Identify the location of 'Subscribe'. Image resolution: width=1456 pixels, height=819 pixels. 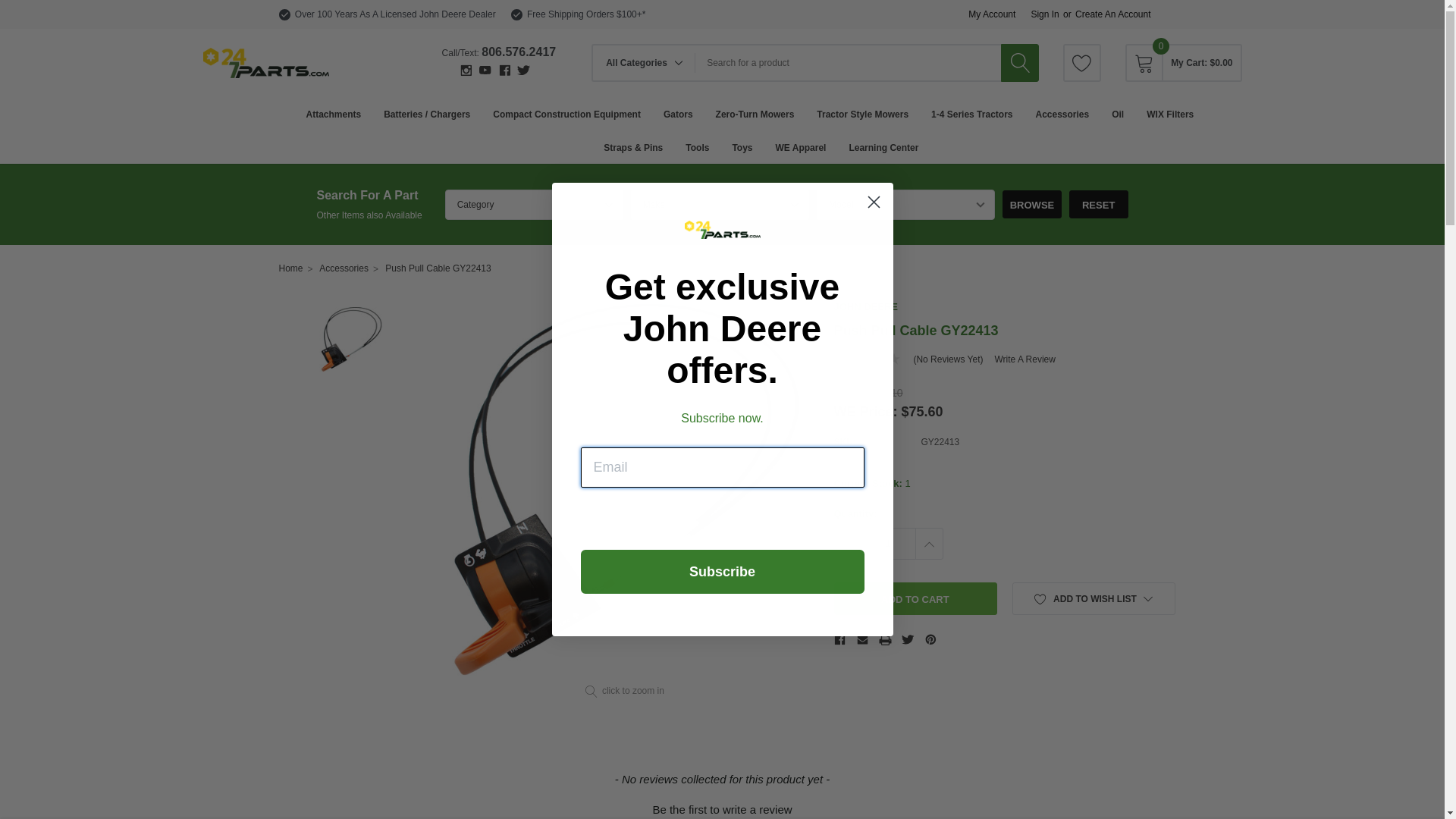
(722, 571).